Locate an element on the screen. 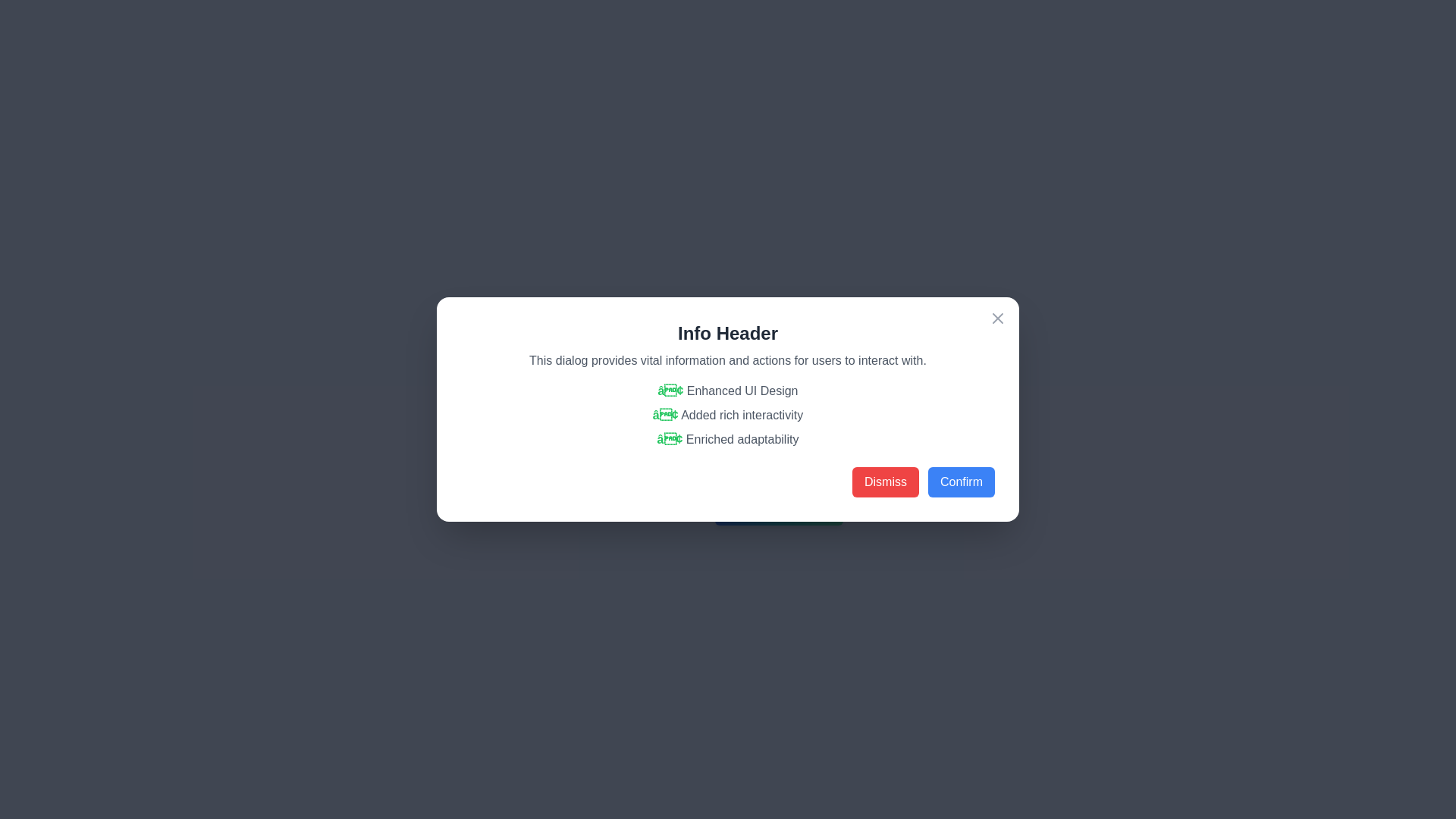 The image size is (1456, 819). the third plain list item that presents a feature related to adaptability, located towards the bottom of the modal window is located at coordinates (728, 439).